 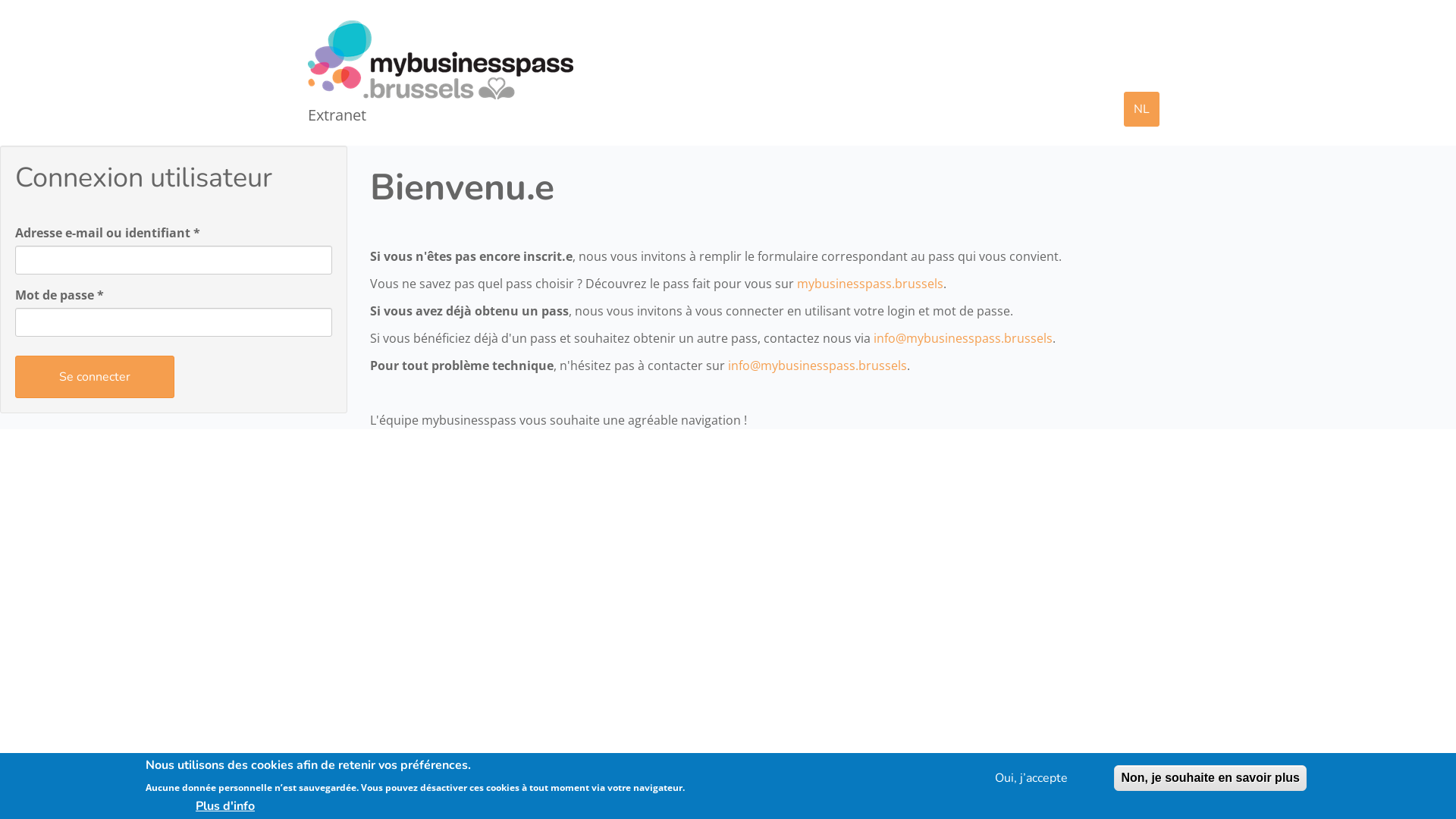 I want to click on 'Non, je souhaite en savoir plus', so click(x=1210, y=778).